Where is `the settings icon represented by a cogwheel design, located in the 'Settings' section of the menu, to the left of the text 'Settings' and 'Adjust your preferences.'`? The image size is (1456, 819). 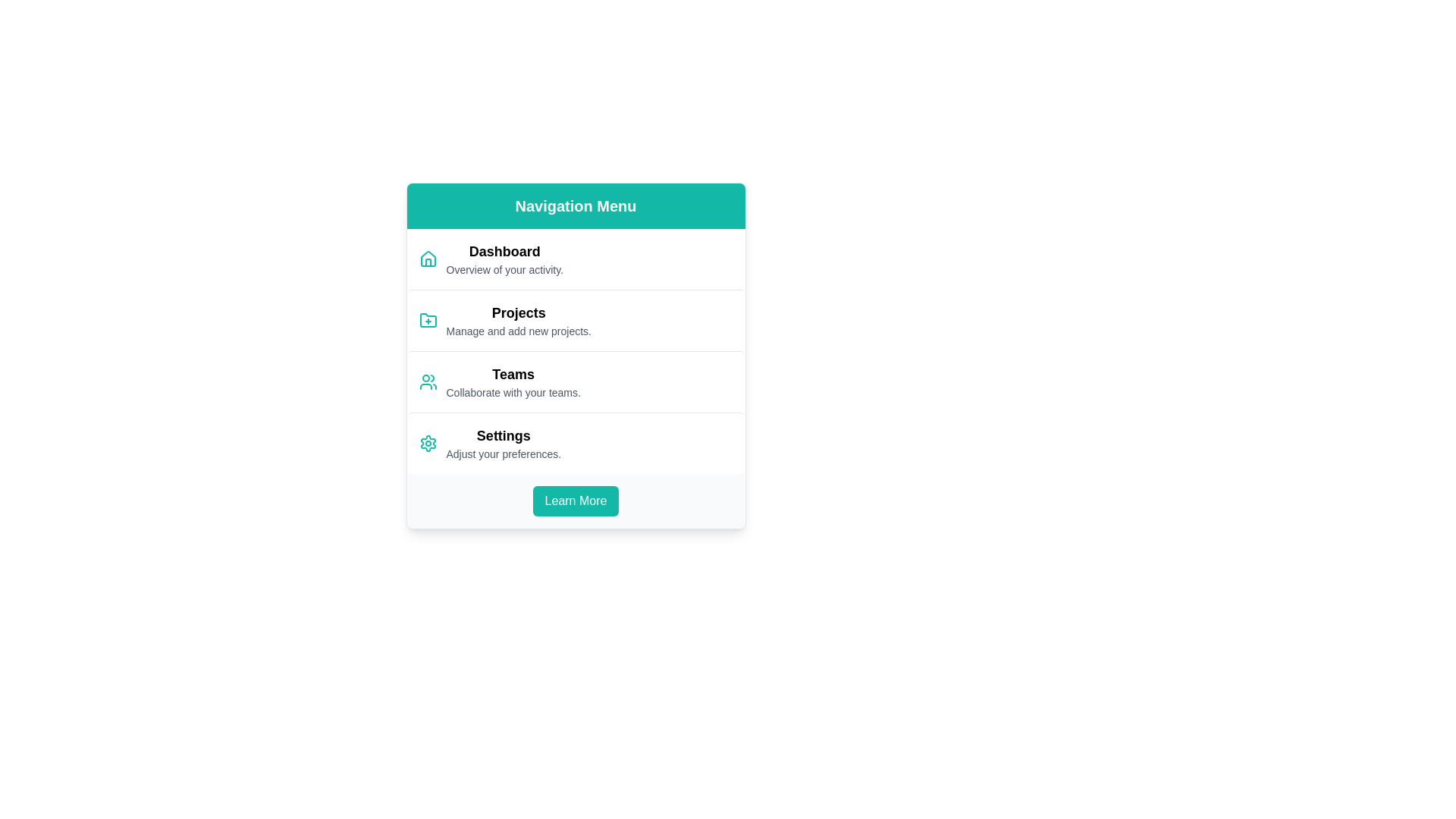 the settings icon represented by a cogwheel design, located in the 'Settings' section of the menu, to the left of the text 'Settings' and 'Adjust your preferences.' is located at coordinates (427, 444).